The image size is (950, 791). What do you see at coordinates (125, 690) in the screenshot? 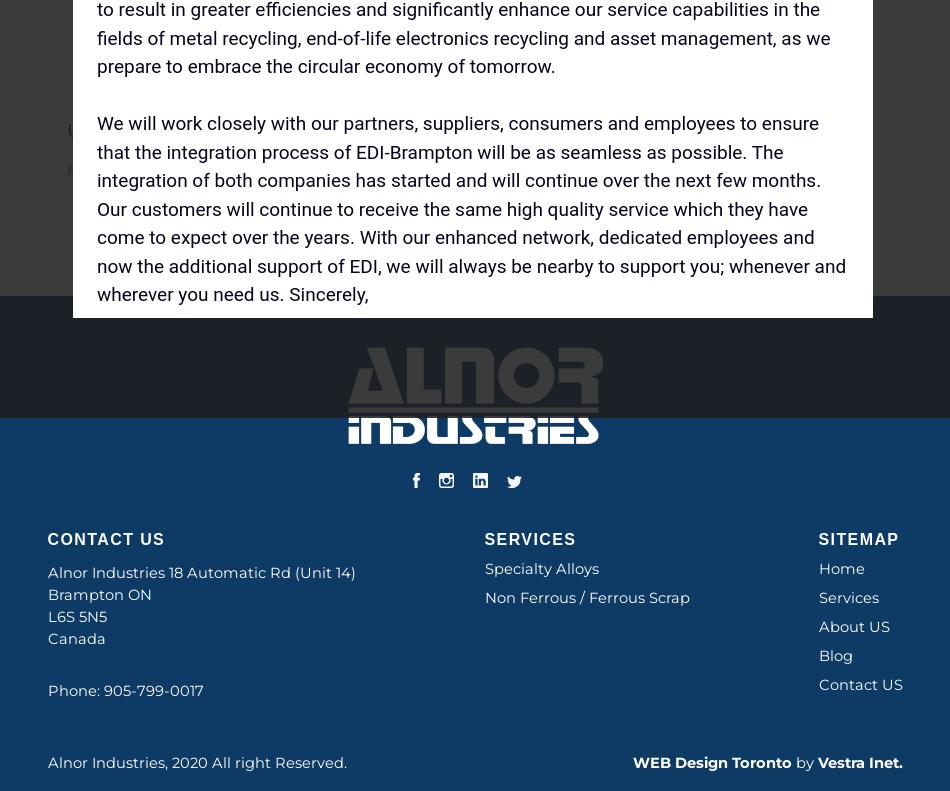
I see `'Phone: 905-799-0017'` at bounding box center [125, 690].